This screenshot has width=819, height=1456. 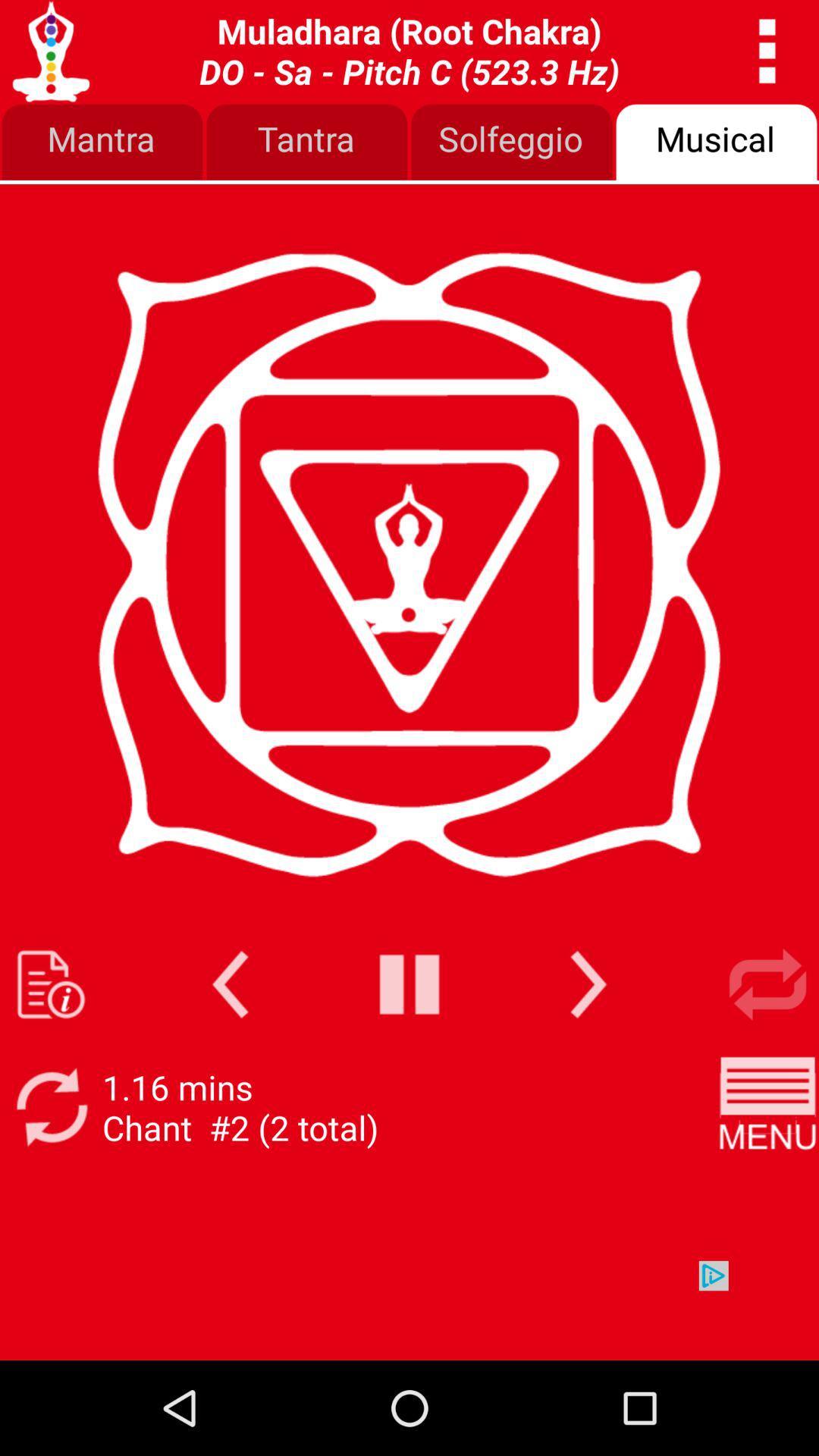 What do you see at coordinates (102, 143) in the screenshot?
I see `icon to the left of tantra button` at bounding box center [102, 143].